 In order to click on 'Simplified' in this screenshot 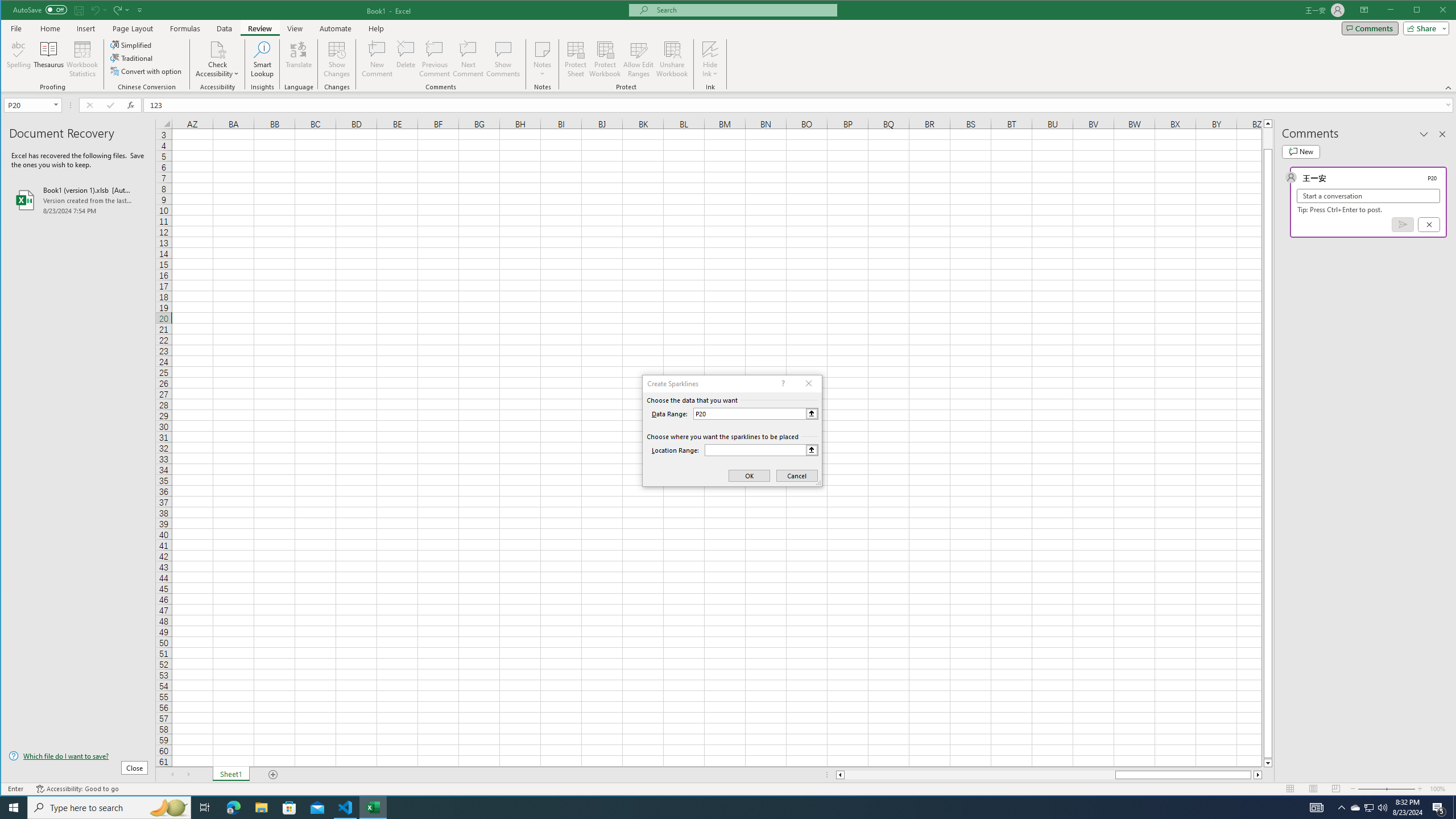, I will do `click(132, 44)`.